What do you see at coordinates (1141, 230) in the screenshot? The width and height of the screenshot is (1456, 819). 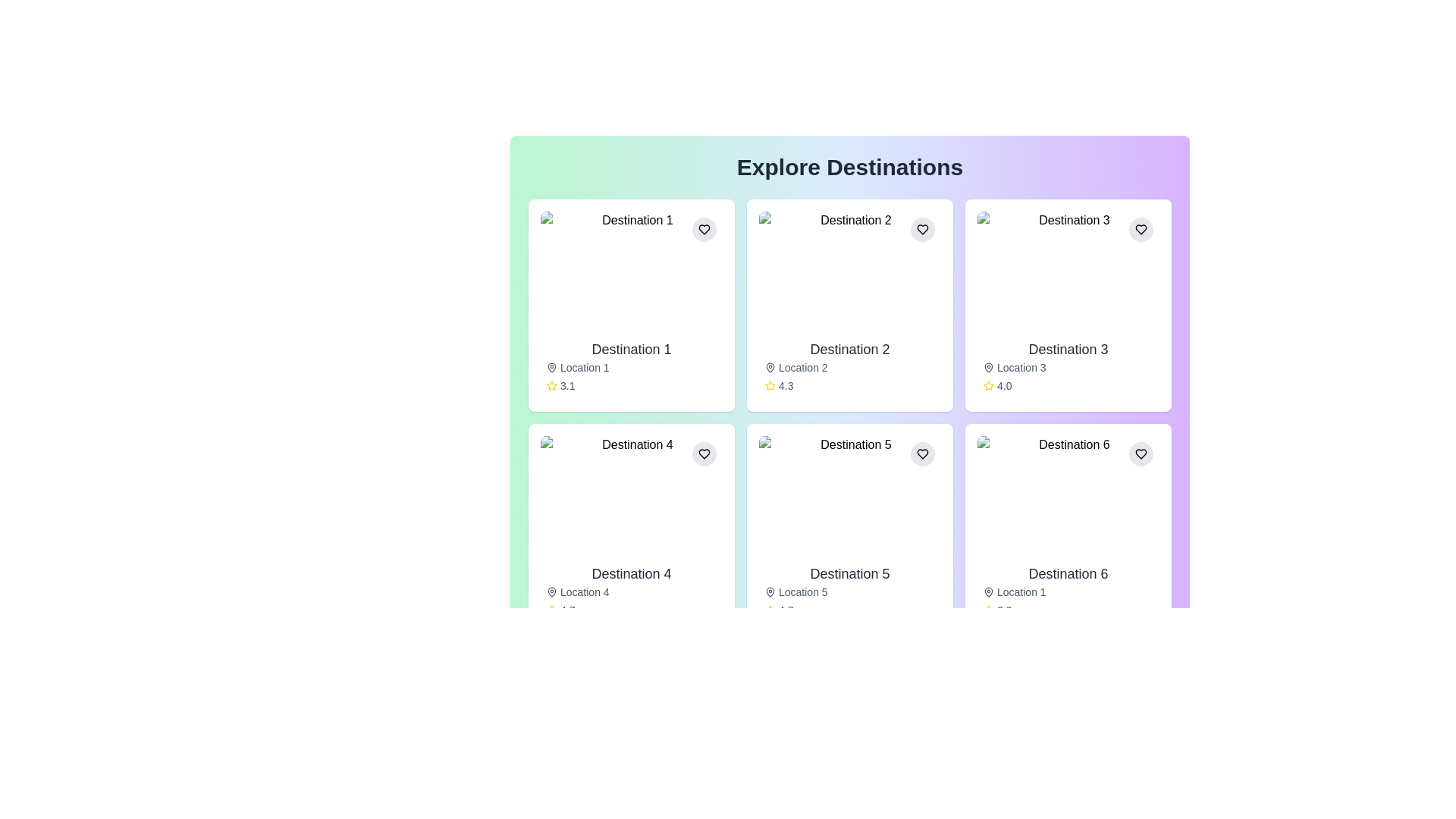 I see `the favorite icon located in the top-right section of the card labeled 'Destination 3', which allows users to mark it as a favorite` at bounding box center [1141, 230].